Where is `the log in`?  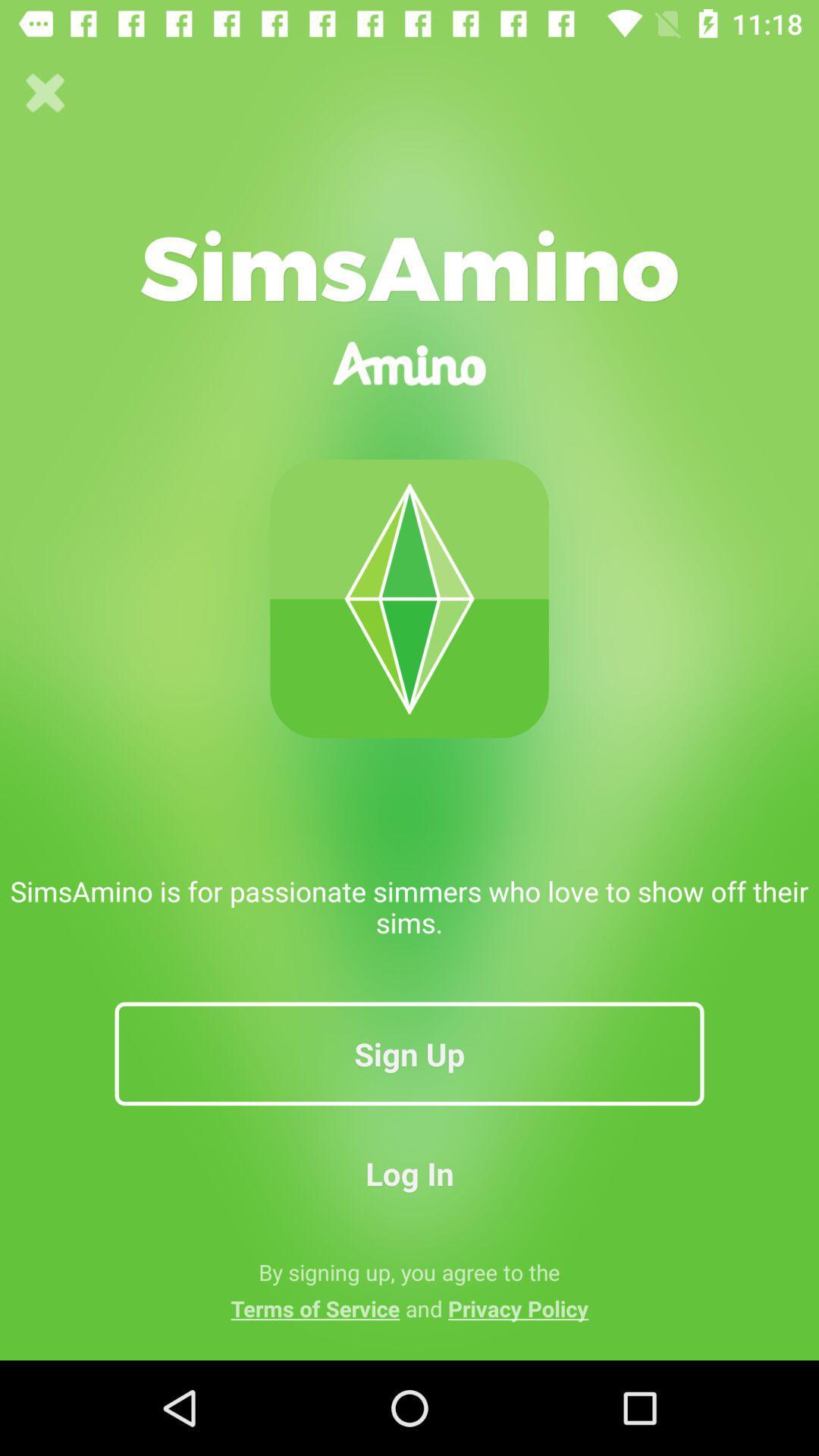 the log in is located at coordinates (409, 1172).